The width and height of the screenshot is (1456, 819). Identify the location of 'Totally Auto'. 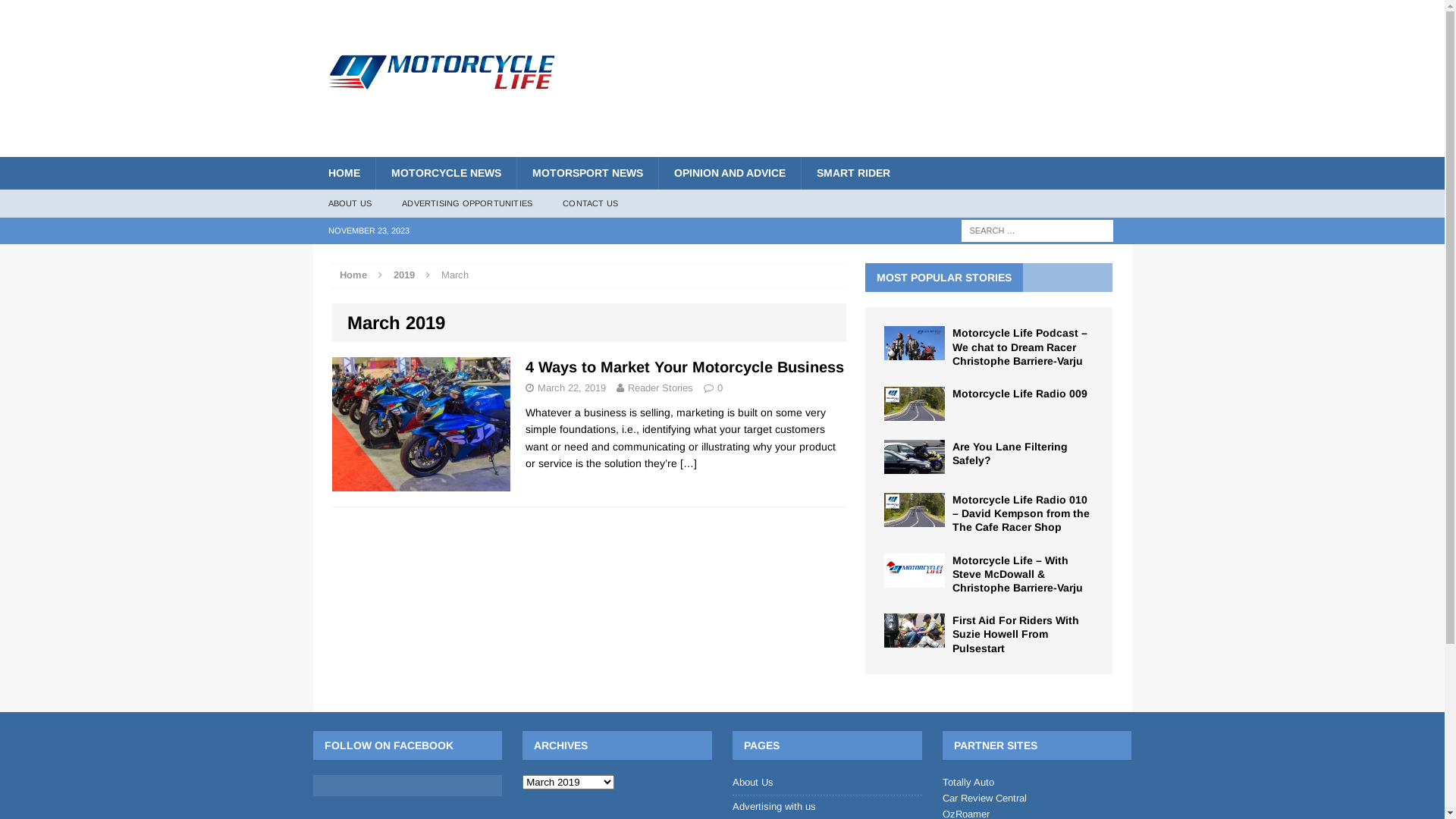
(967, 782).